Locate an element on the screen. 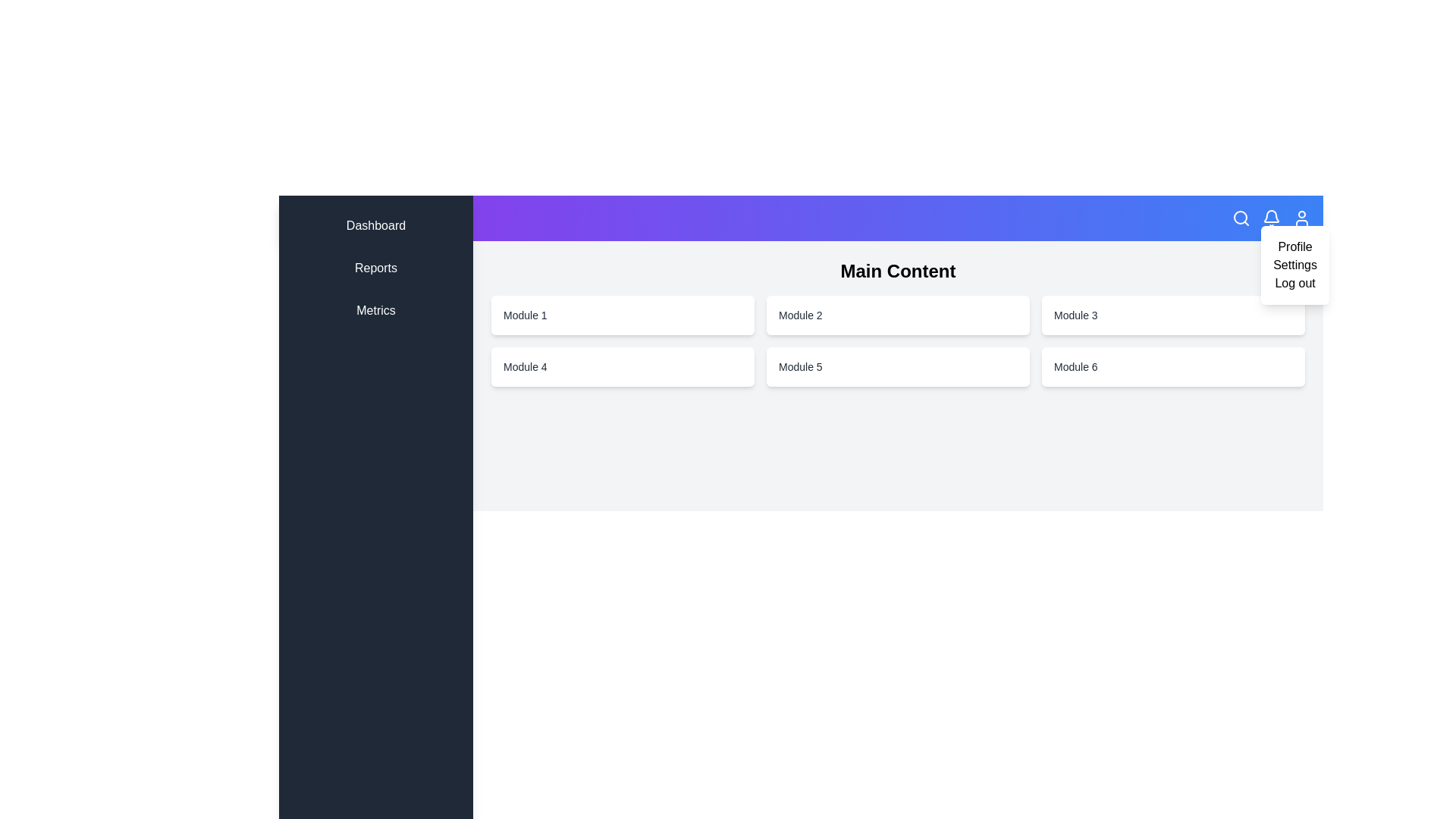  the Text label that identifies the specific module in the second row of modules within the 'Main Content' section is located at coordinates (1075, 315).